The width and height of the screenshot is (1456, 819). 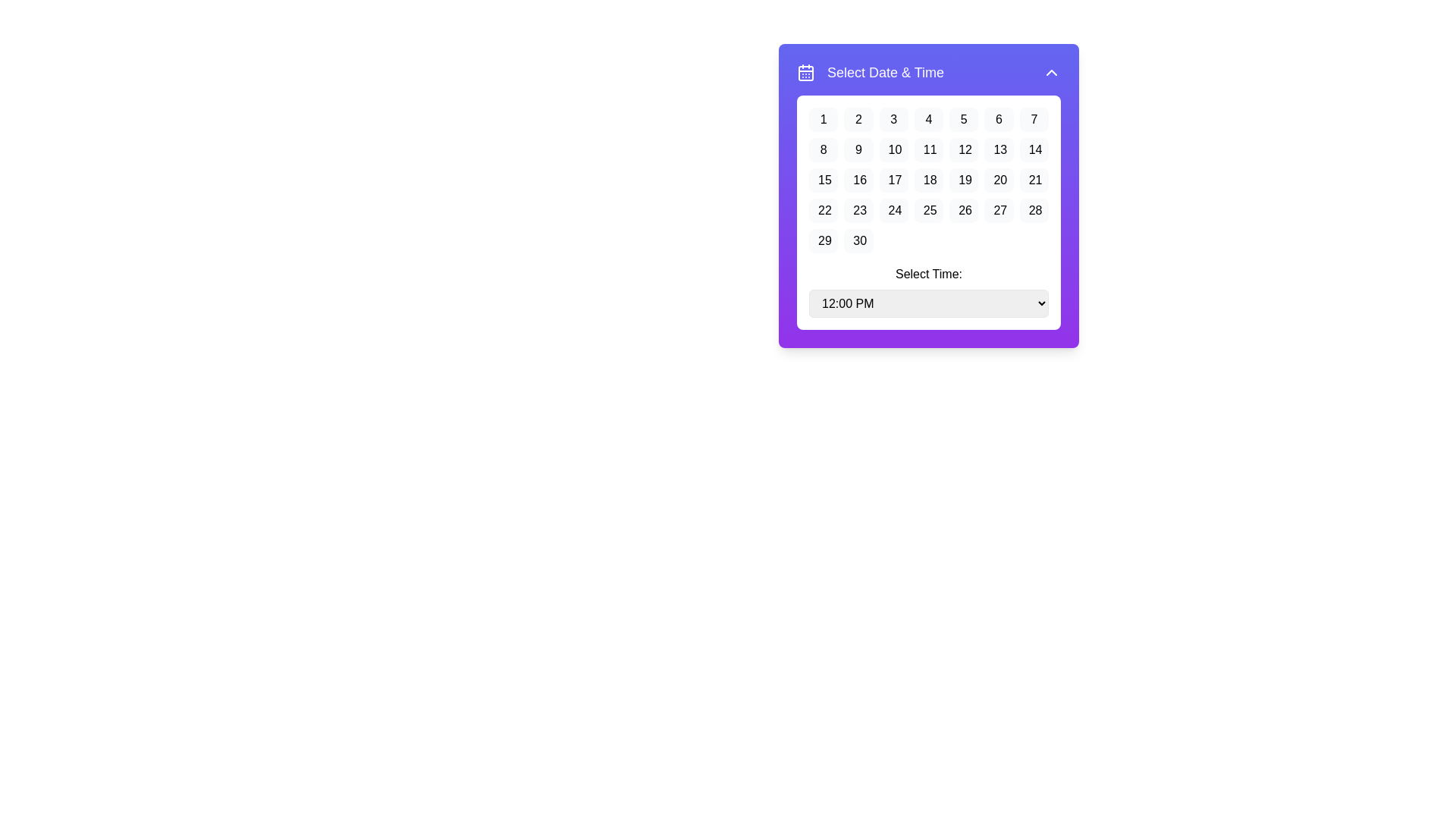 What do you see at coordinates (805, 73) in the screenshot?
I see `the calendar icon with a purple background and white details, located to the left of the text 'Select Date & Time' in the header section of the calendar and time selection widget` at bounding box center [805, 73].